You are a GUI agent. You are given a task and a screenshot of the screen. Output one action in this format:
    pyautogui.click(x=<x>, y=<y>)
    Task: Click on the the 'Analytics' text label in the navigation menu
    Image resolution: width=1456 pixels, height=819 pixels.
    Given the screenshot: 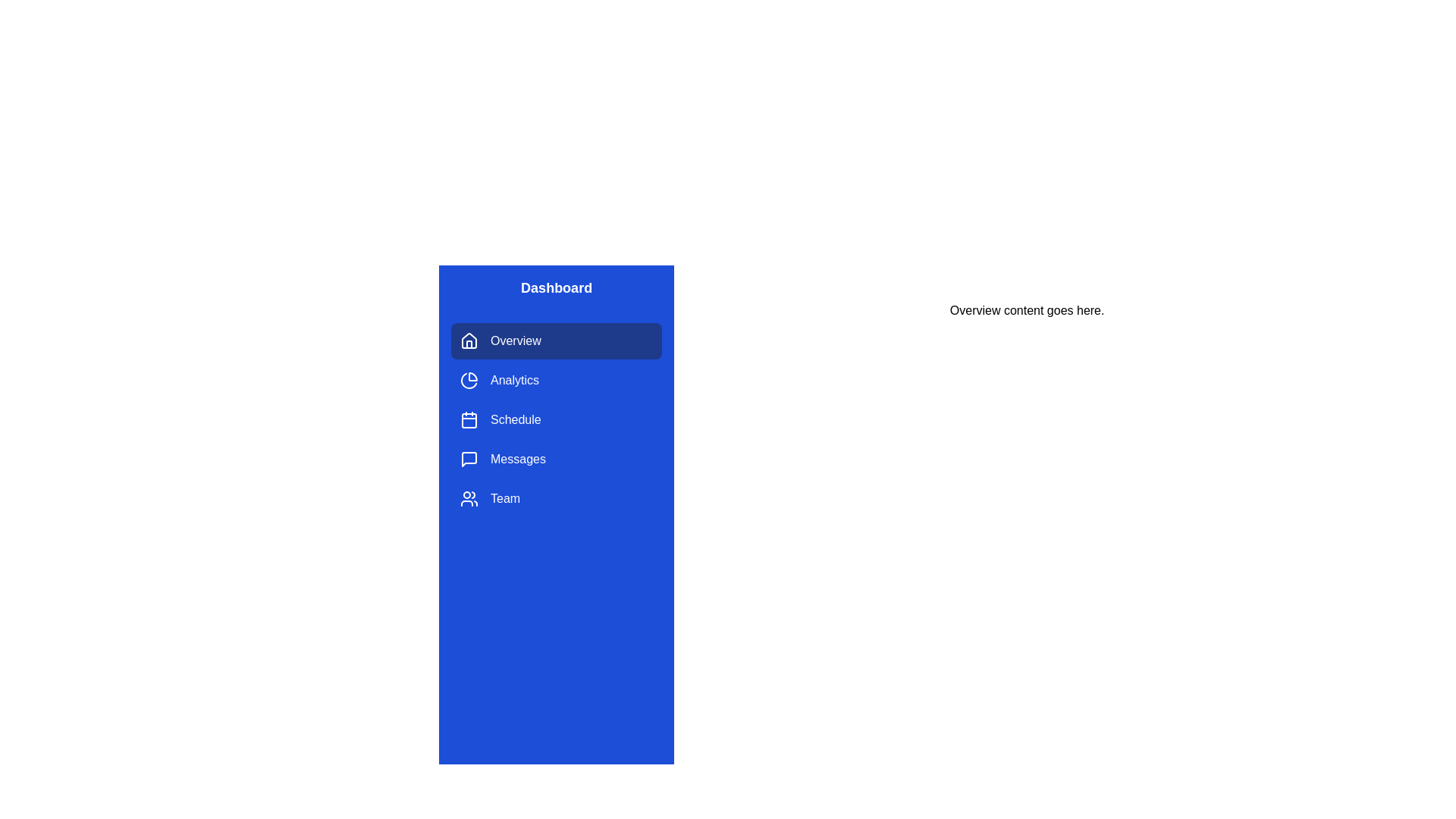 What is the action you would take?
    pyautogui.click(x=515, y=379)
    